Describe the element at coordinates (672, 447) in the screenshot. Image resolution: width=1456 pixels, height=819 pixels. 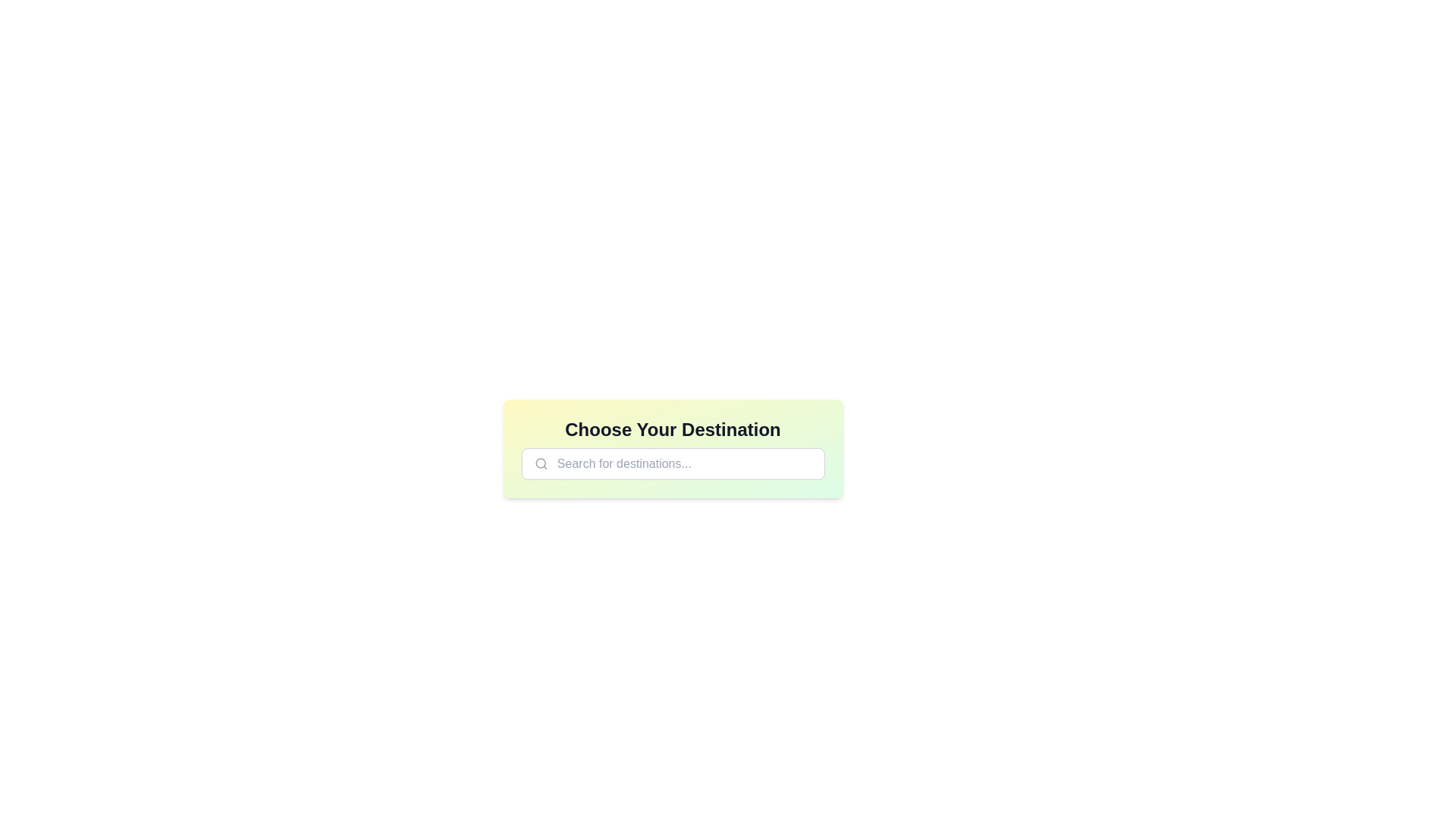
I see `the magnifying glass icon located within the search interface card that contains a text input and a title` at that location.